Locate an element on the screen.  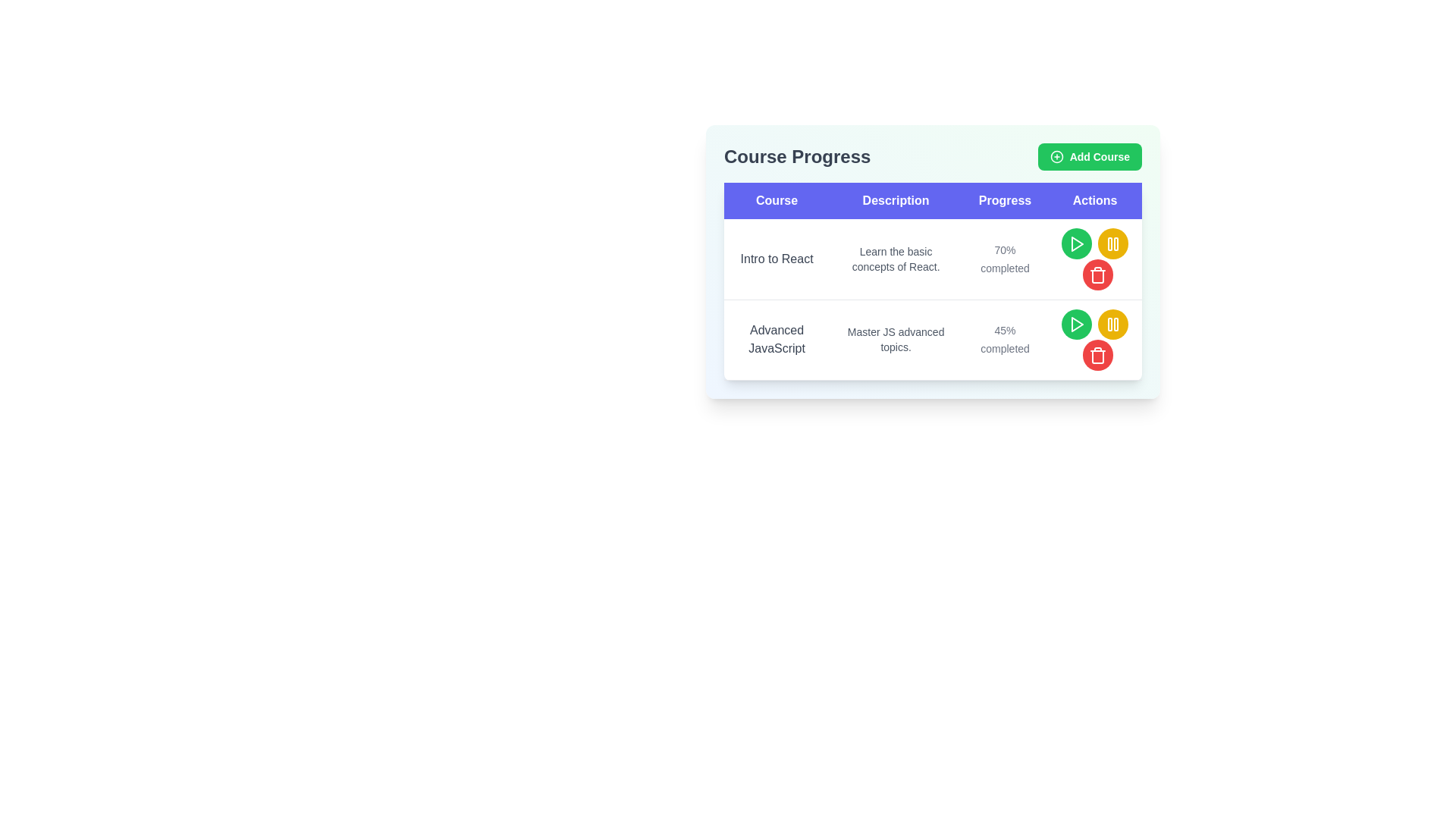
the text element displaying 'Master JS advanced topics.' which is located under the 'Description' column in the 'Course Progress' table for the course 'Advanced JavaScript' is located at coordinates (896, 339).